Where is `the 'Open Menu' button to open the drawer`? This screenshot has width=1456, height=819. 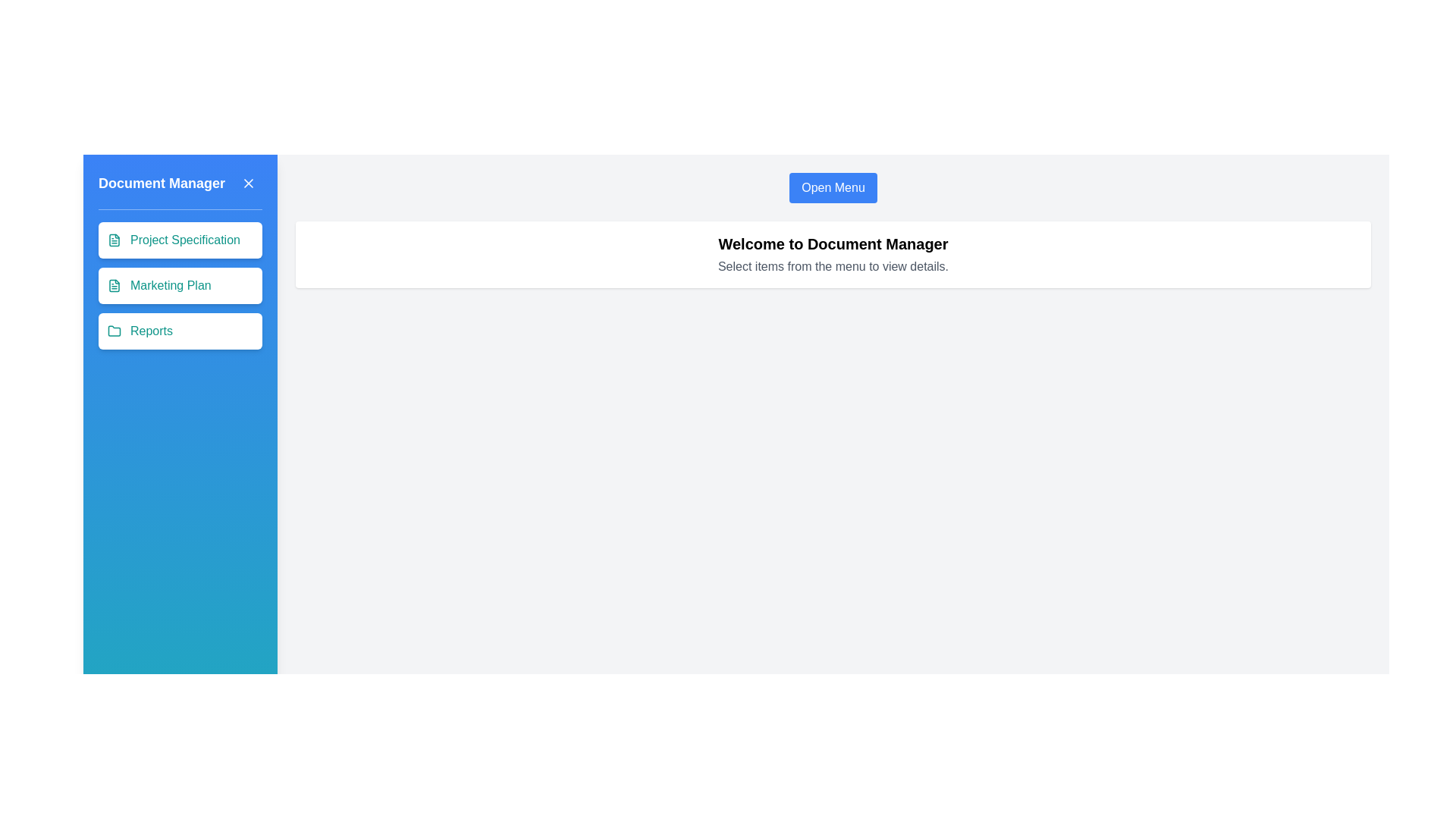 the 'Open Menu' button to open the drawer is located at coordinates (833, 187).